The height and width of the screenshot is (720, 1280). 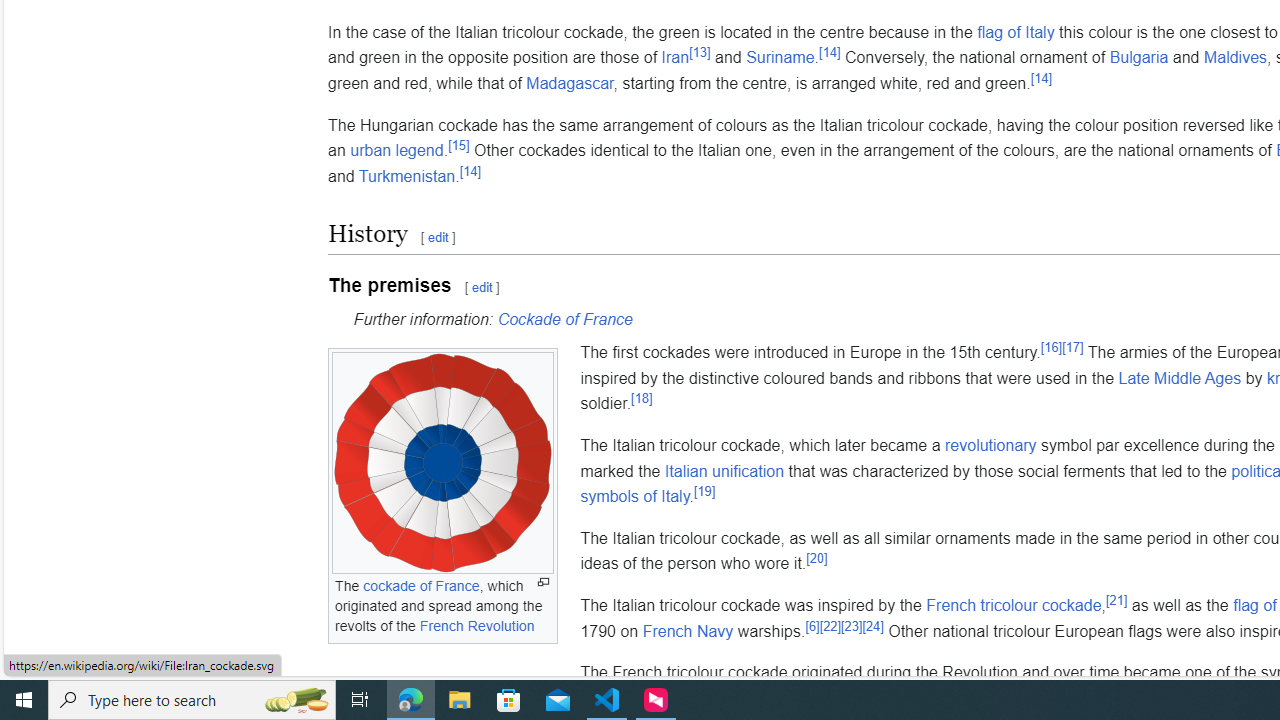 What do you see at coordinates (1015, 32) in the screenshot?
I see `'flag of Italy'` at bounding box center [1015, 32].